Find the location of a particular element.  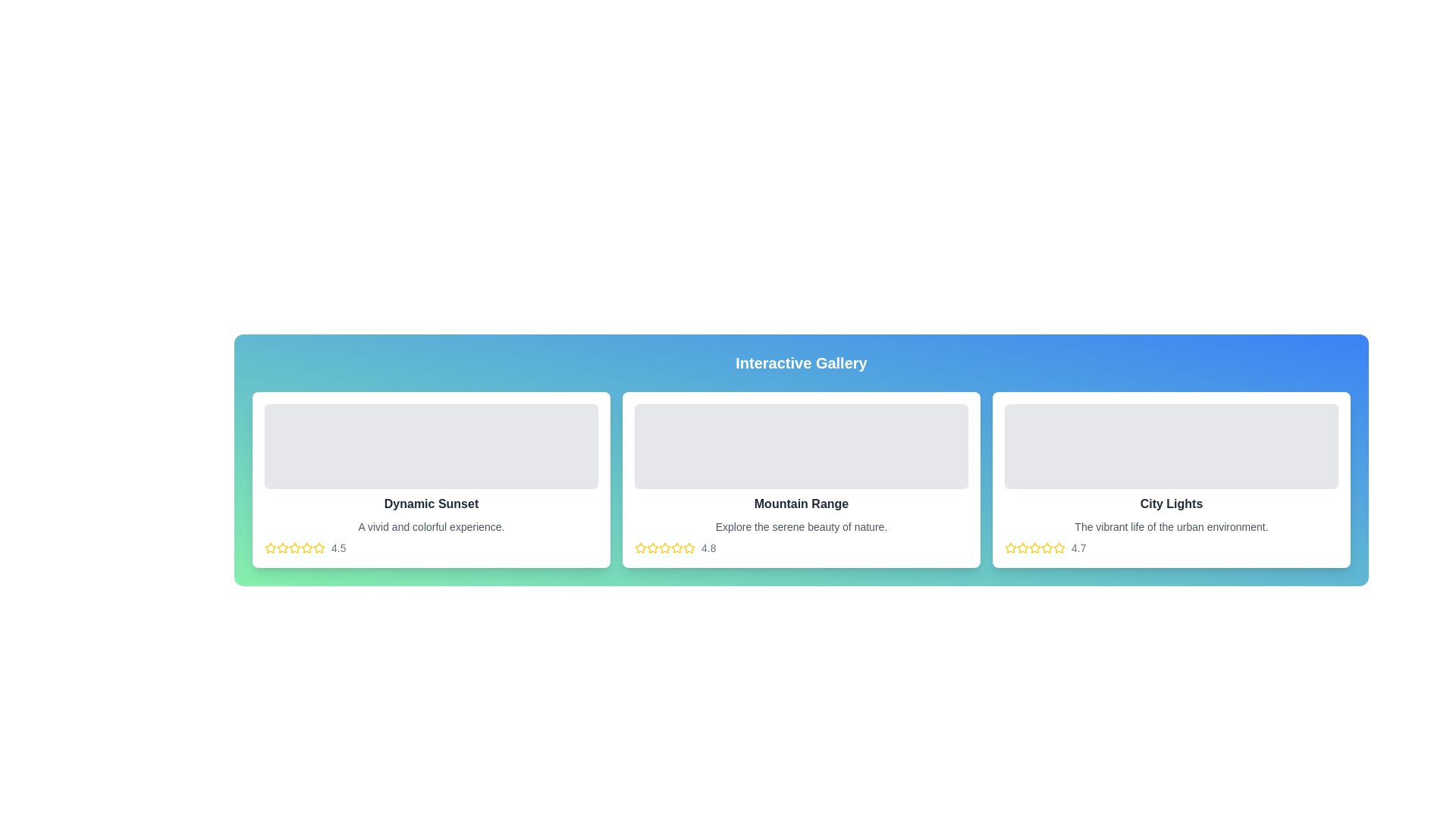

the sixth star icon in the rating system beneath the 'Dynamic Sunset' card, which is aligned with other star icons and beside the '4.5' rating text is located at coordinates (306, 548).